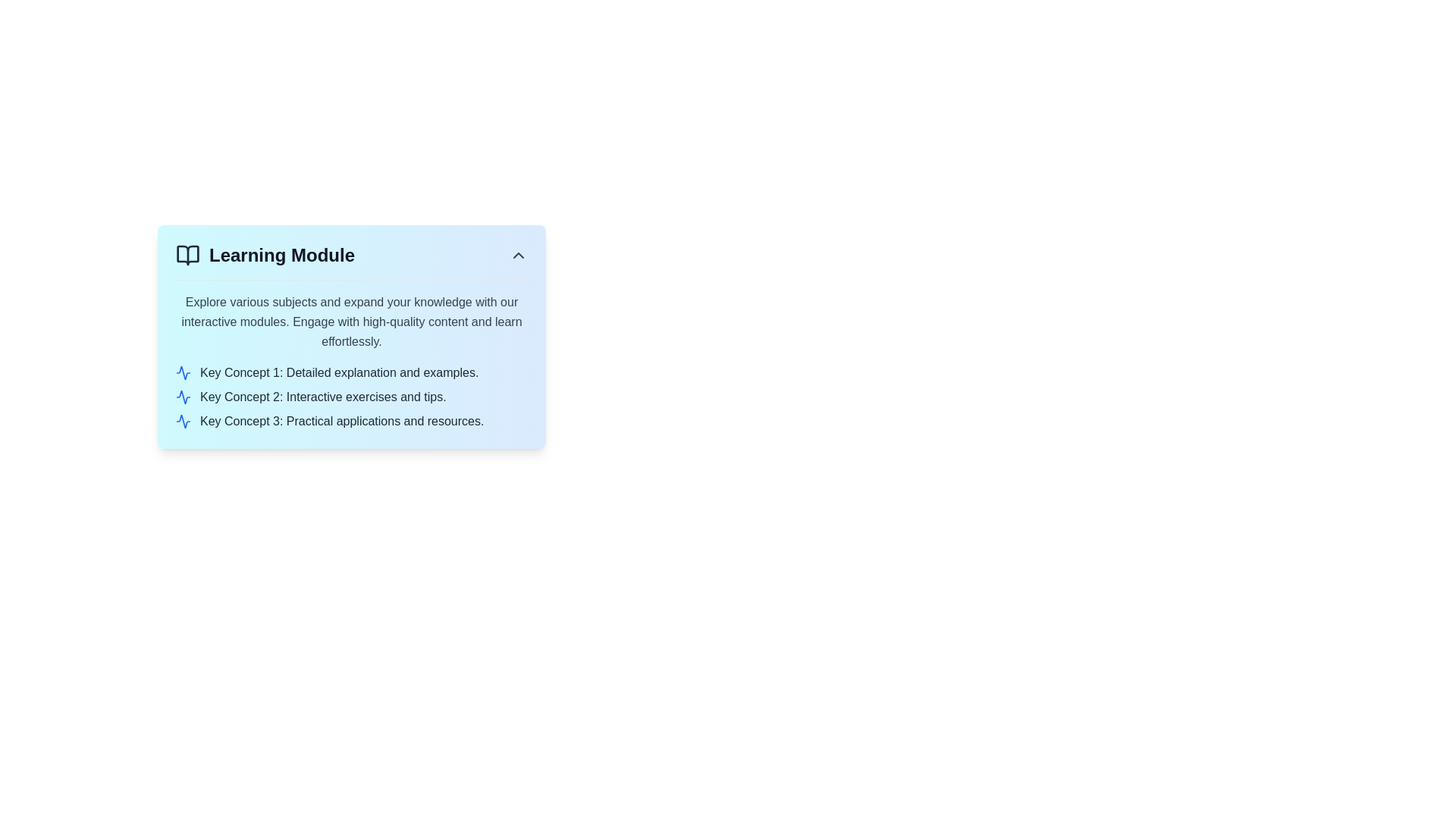 The image size is (1456, 819). Describe the element at coordinates (341, 421) in the screenshot. I see `the Text Label that serves as a description for a learning module topic, positioned below the section titled 'Learning Module' and inline with a blue icon` at that location.